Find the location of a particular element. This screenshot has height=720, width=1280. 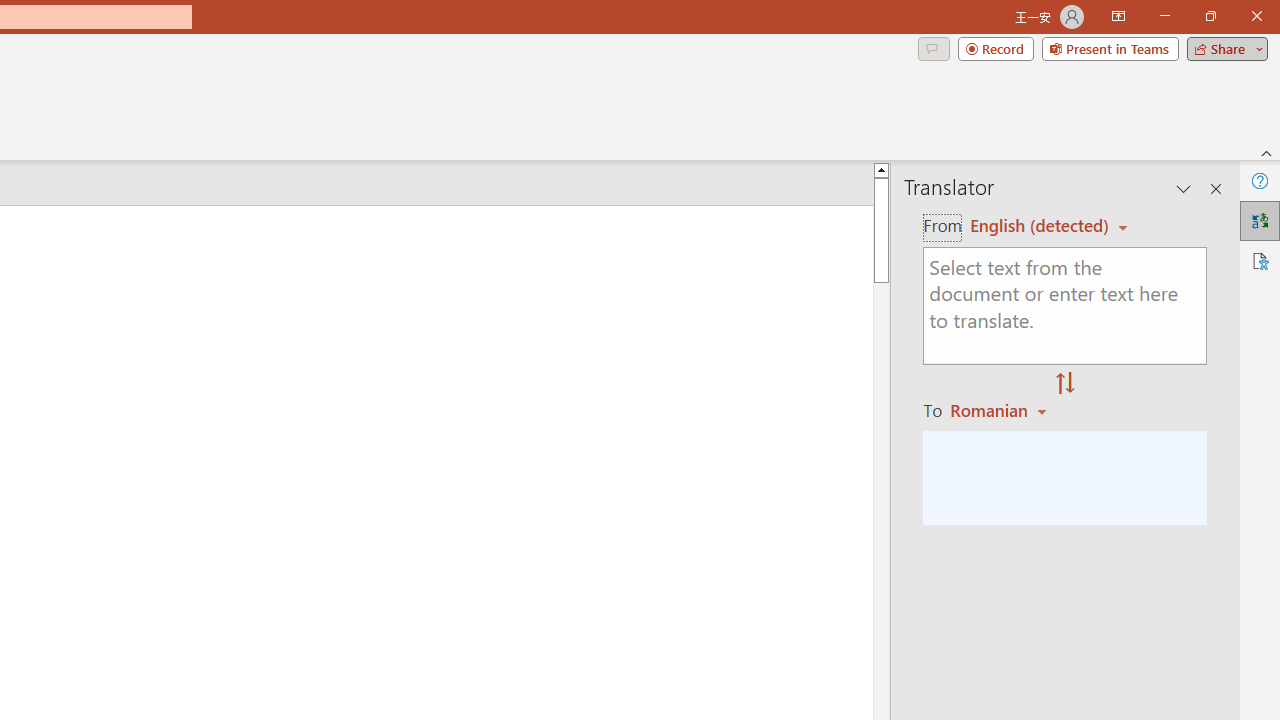

'Swap "from" and "to" languages.' is located at coordinates (1064, 384).